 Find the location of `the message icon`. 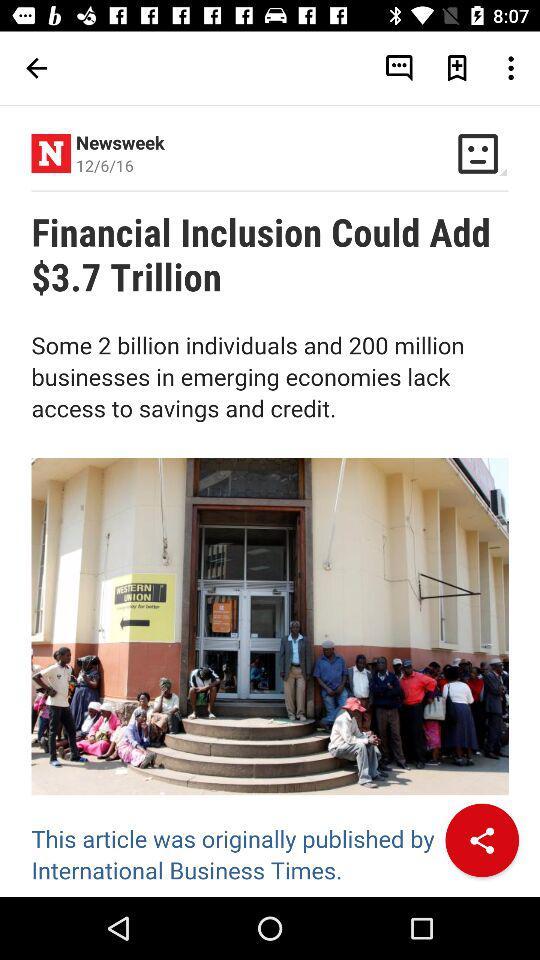

the message icon is located at coordinates (399, 68).